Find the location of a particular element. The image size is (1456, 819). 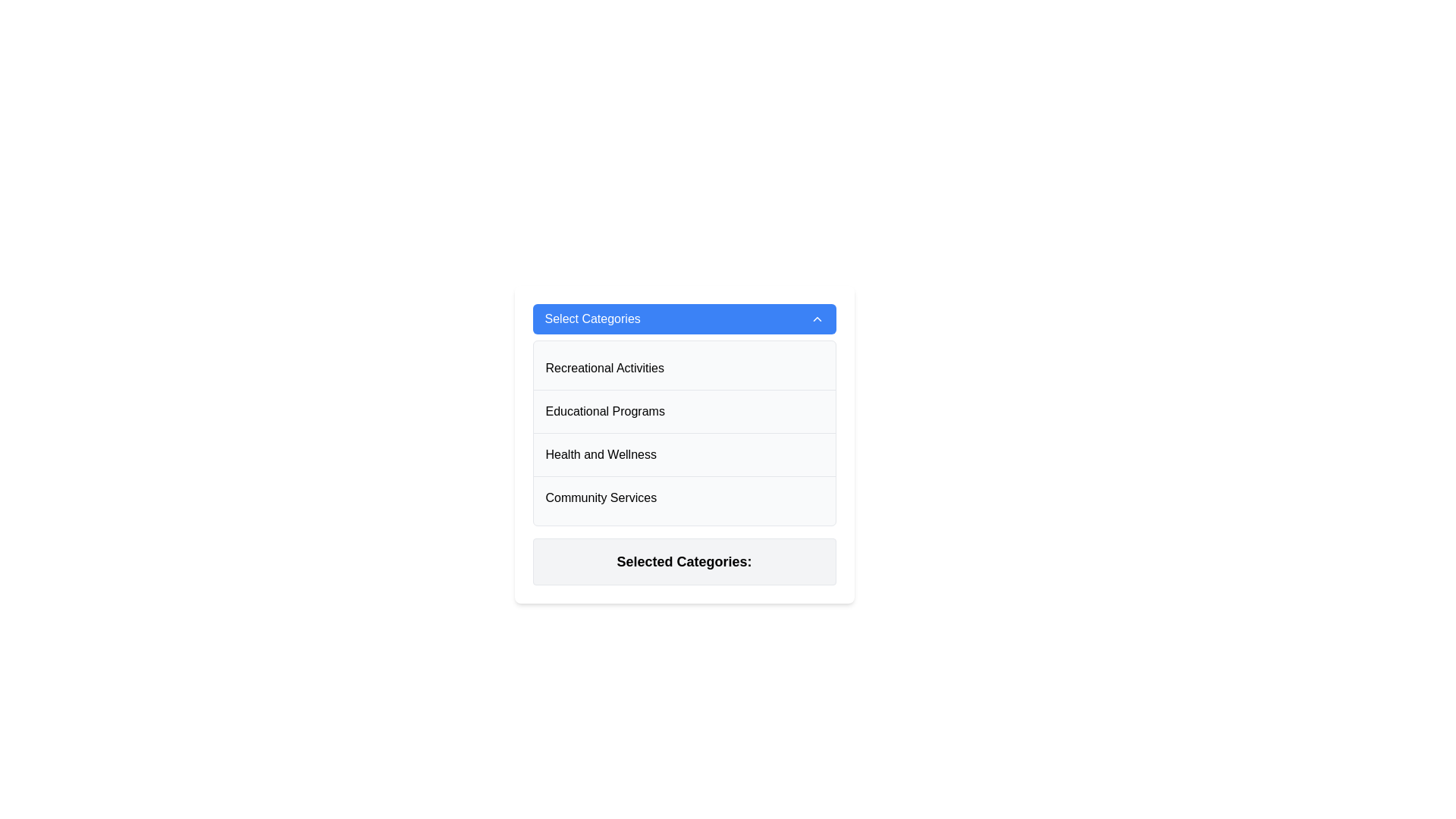

the 'Recreational Activities' label in the 'Select Categories' dropdown is located at coordinates (604, 369).